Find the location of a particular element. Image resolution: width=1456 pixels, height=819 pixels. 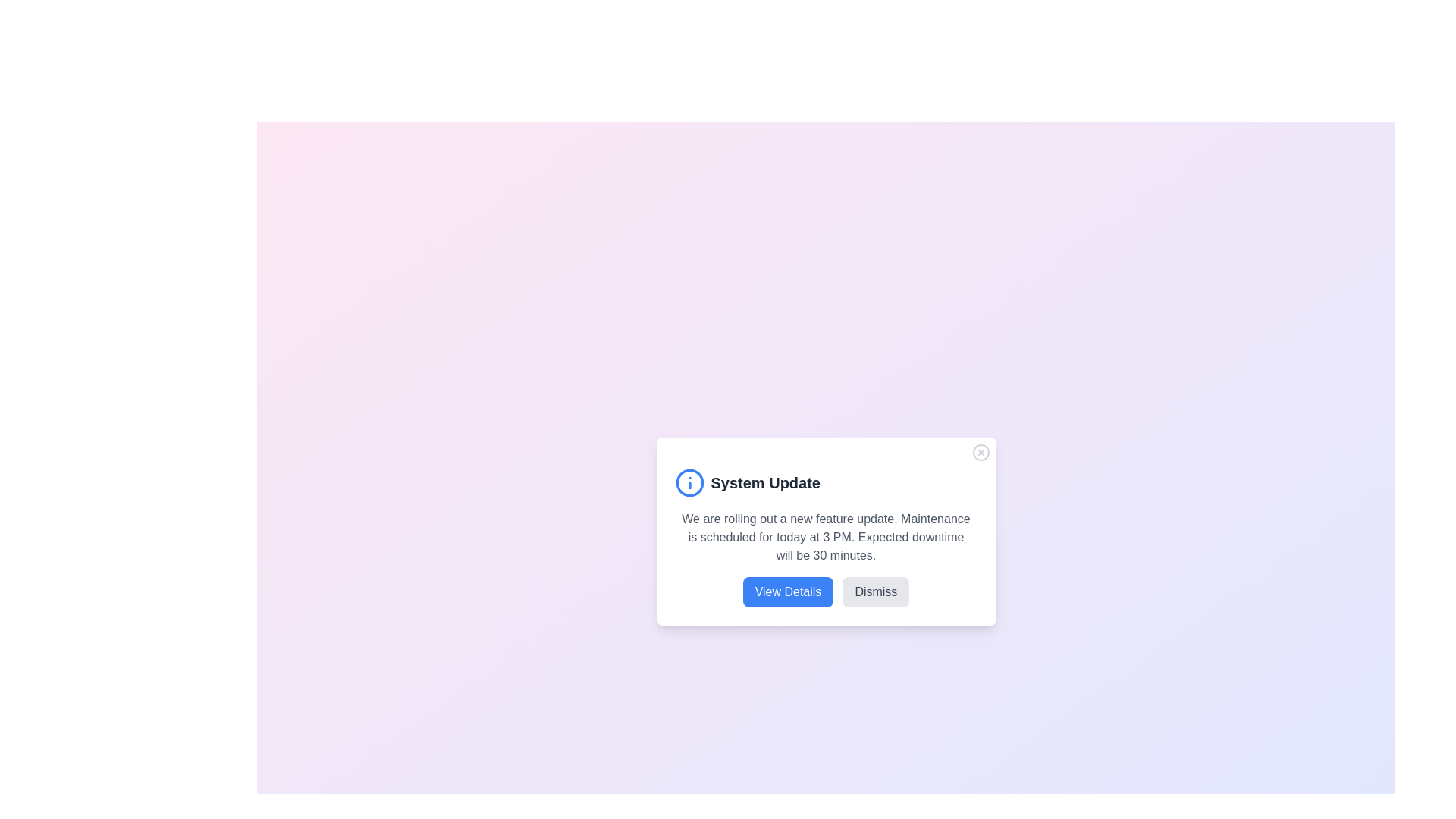

the icon representing 'System Update' is located at coordinates (689, 482).